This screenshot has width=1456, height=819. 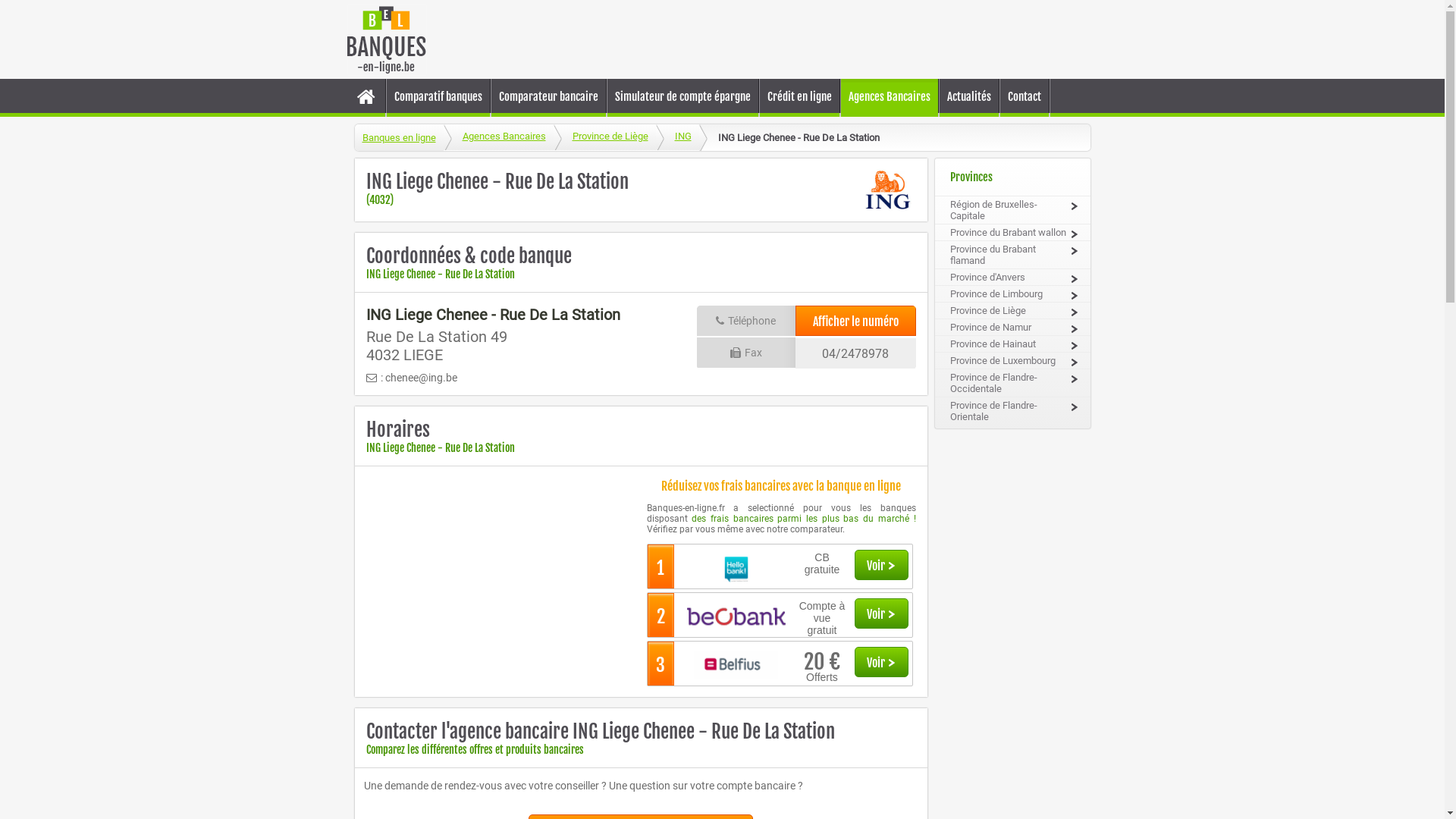 I want to click on 'logo_Hello_Bank2727.jpg', so click(x=736, y=568).